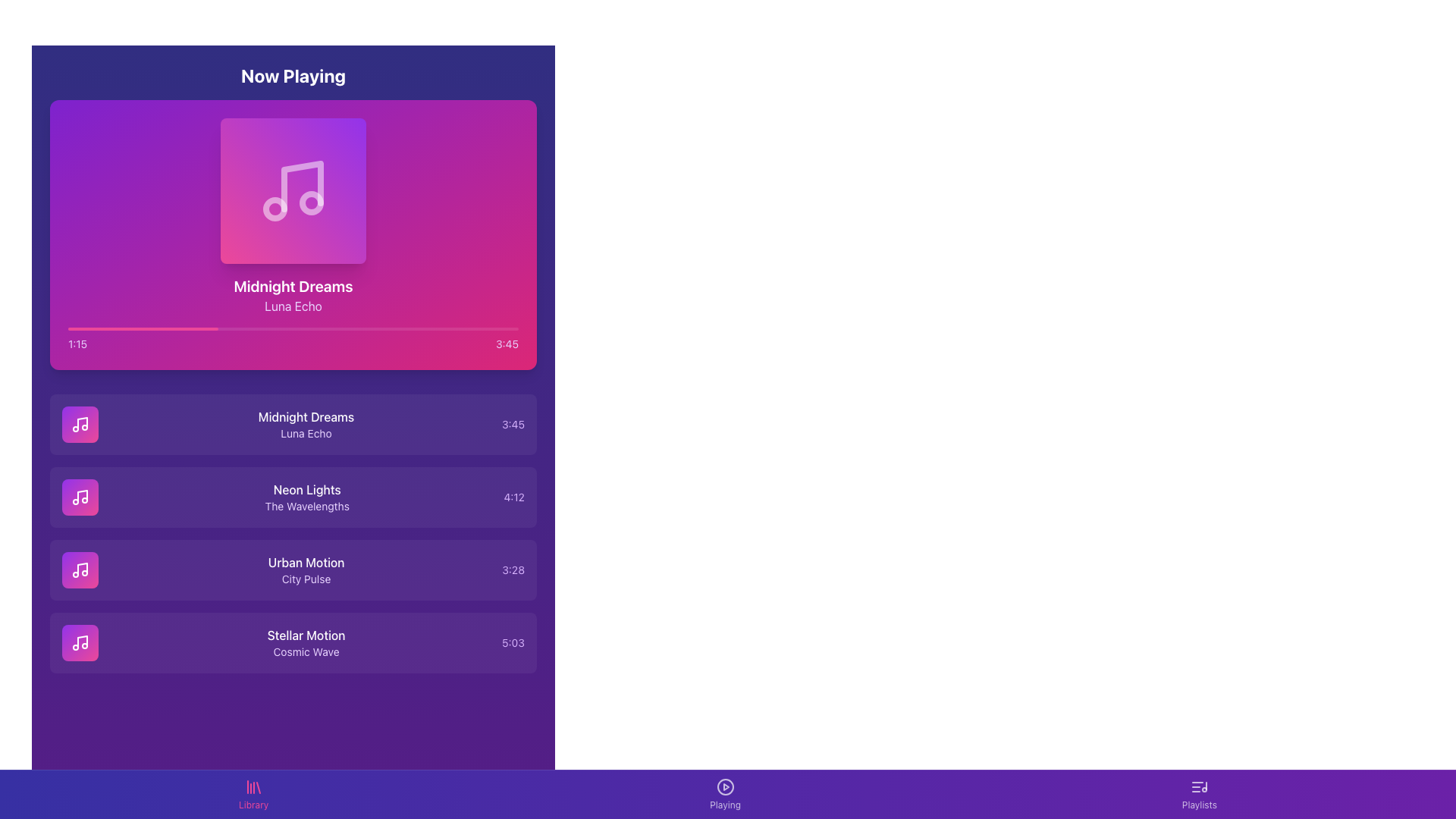  I want to click on the central musical note icon styled with a gradient from purple to pink, which is the first item in the list displayed vertically below the main player section, so click(79, 424).